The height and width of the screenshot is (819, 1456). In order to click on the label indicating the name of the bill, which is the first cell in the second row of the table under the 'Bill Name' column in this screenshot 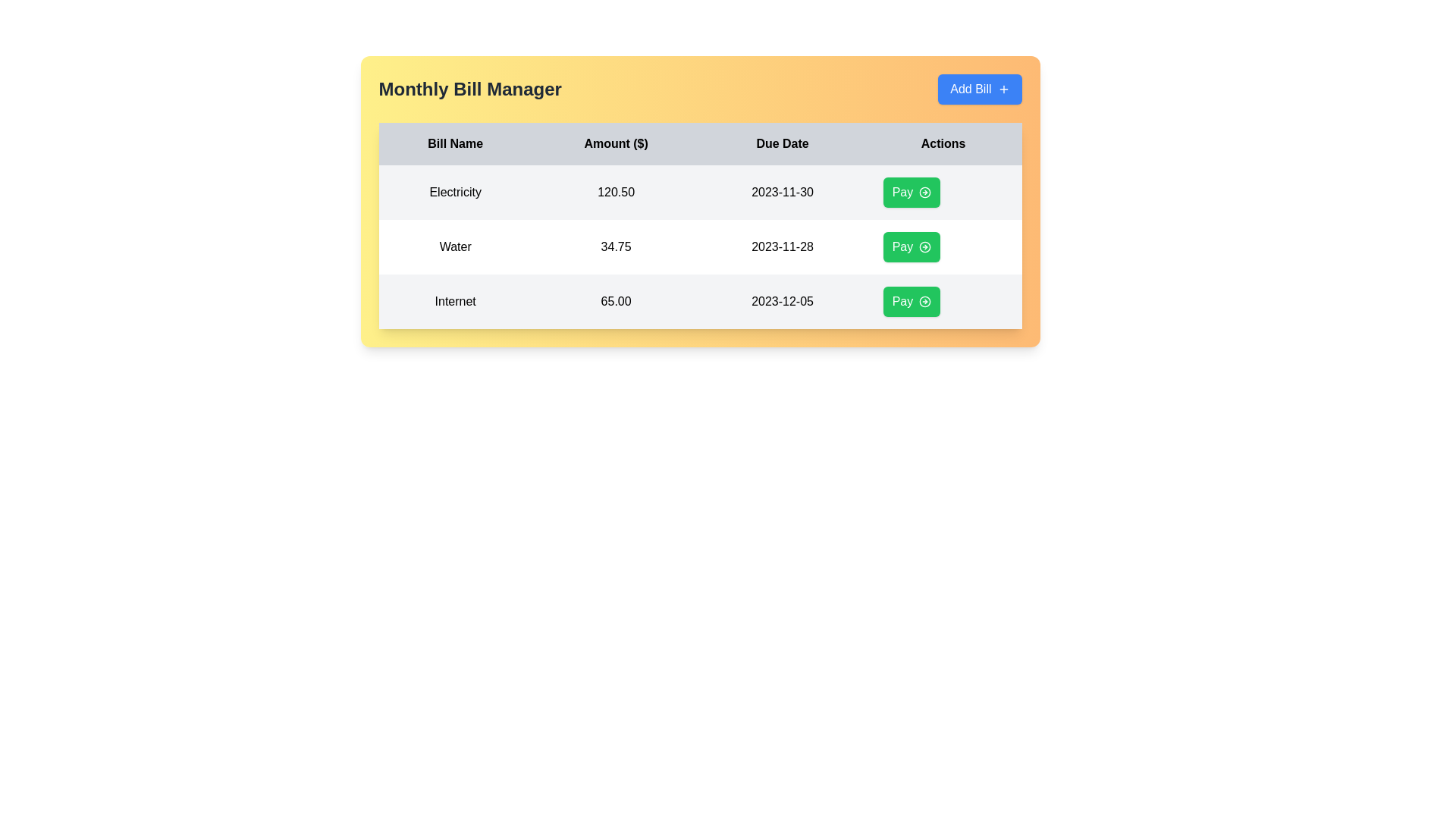, I will do `click(454, 246)`.